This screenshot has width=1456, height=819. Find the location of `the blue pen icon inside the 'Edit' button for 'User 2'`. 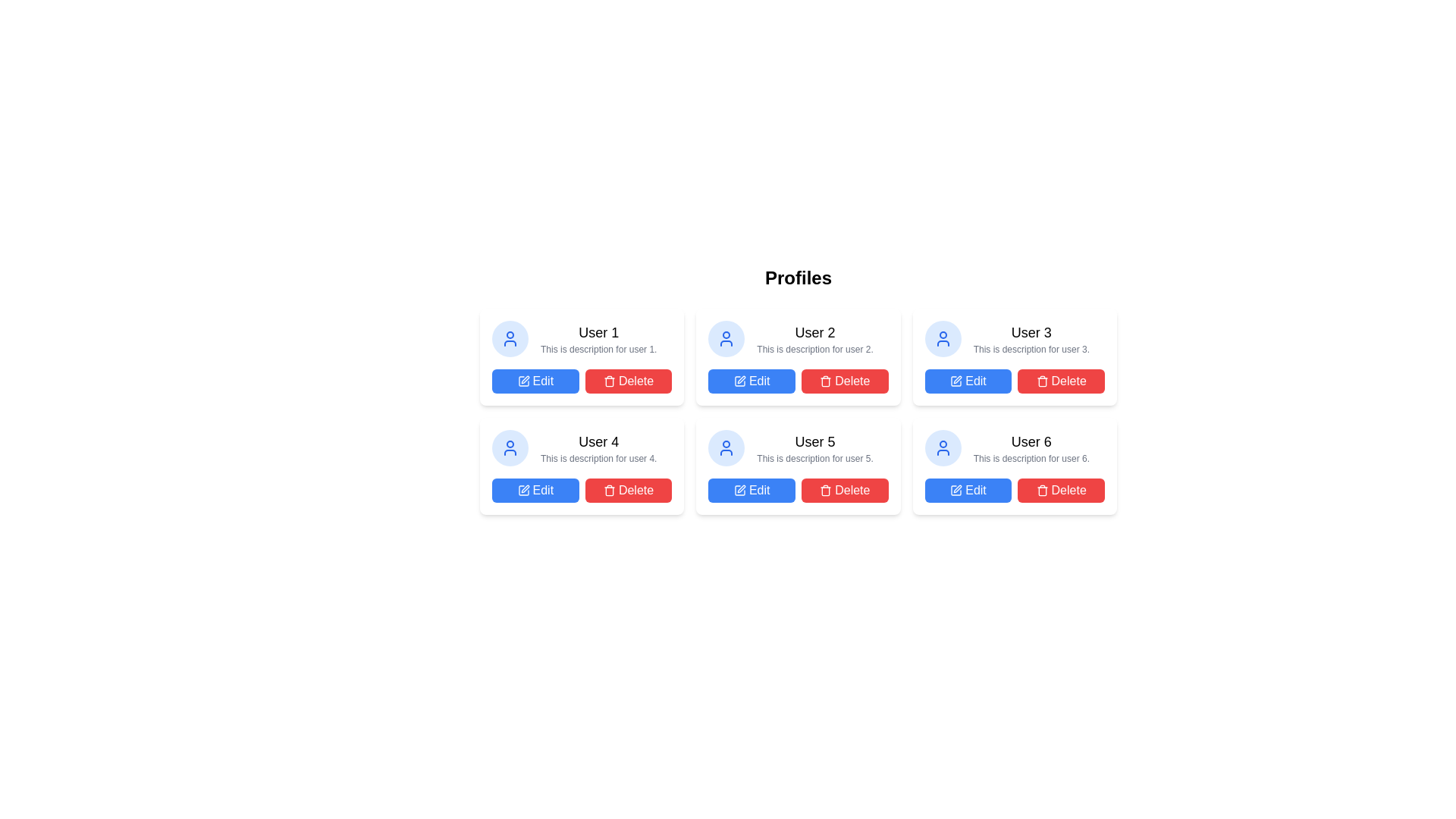

the blue pen icon inside the 'Edit' button for 'User 2' is located at coordinates (739, 380).